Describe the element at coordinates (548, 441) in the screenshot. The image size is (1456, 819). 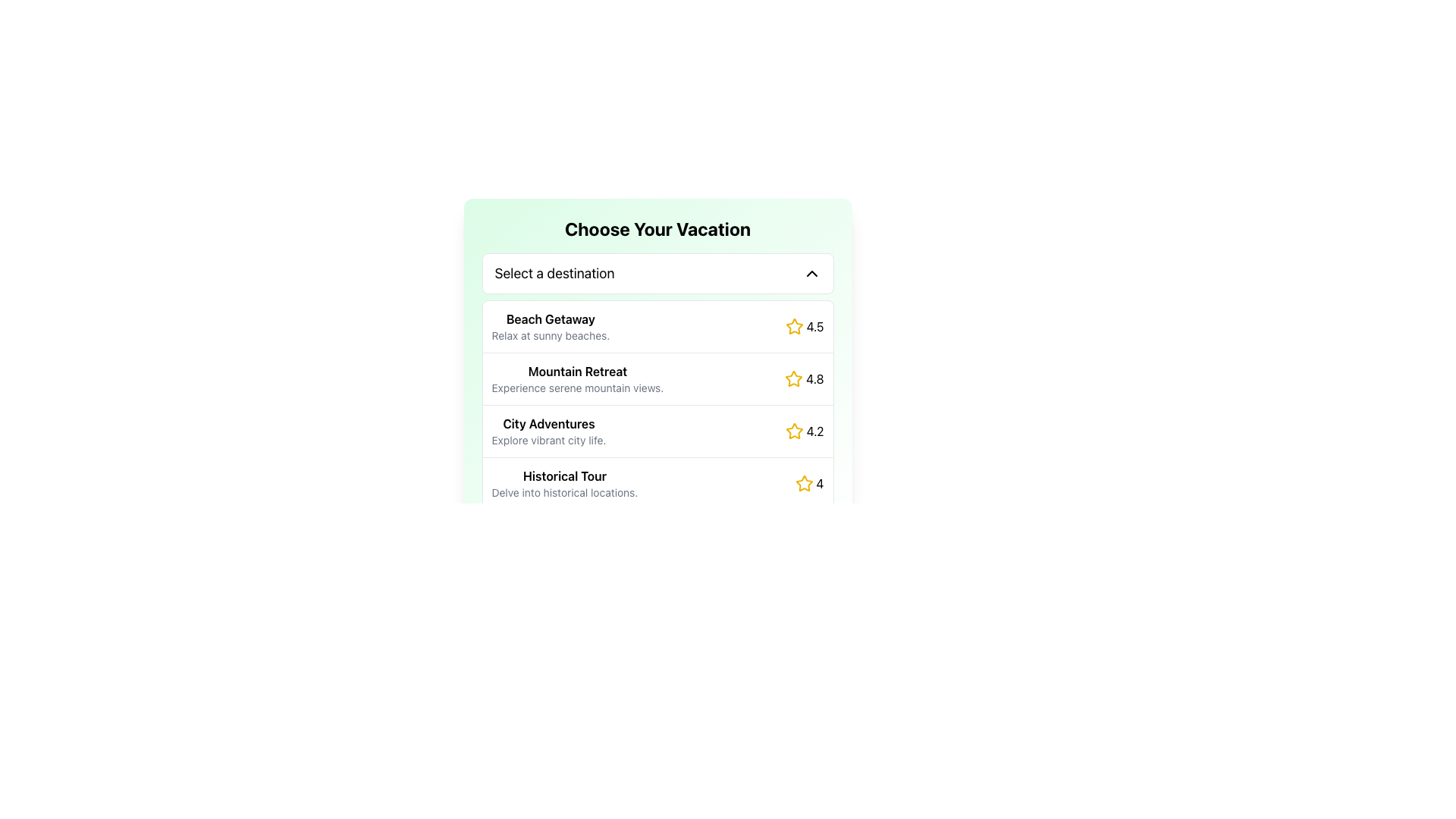
I see `subtitle text labeled 'Explore vibrant city life.' which is positioned directly below the 'City Adventures' heading` at that location.